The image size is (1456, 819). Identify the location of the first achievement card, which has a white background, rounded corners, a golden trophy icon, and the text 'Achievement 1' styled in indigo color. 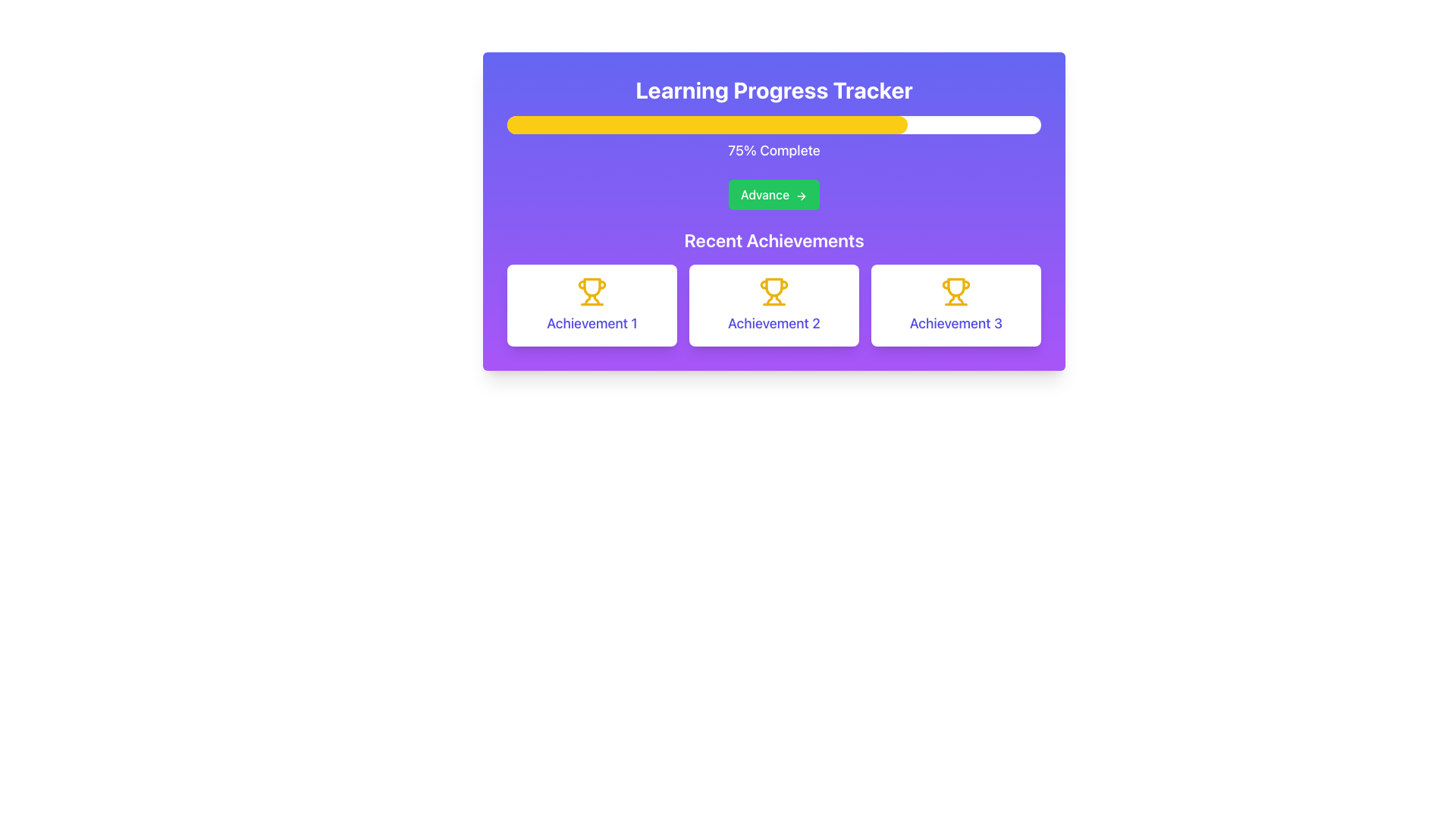
(591, 305).